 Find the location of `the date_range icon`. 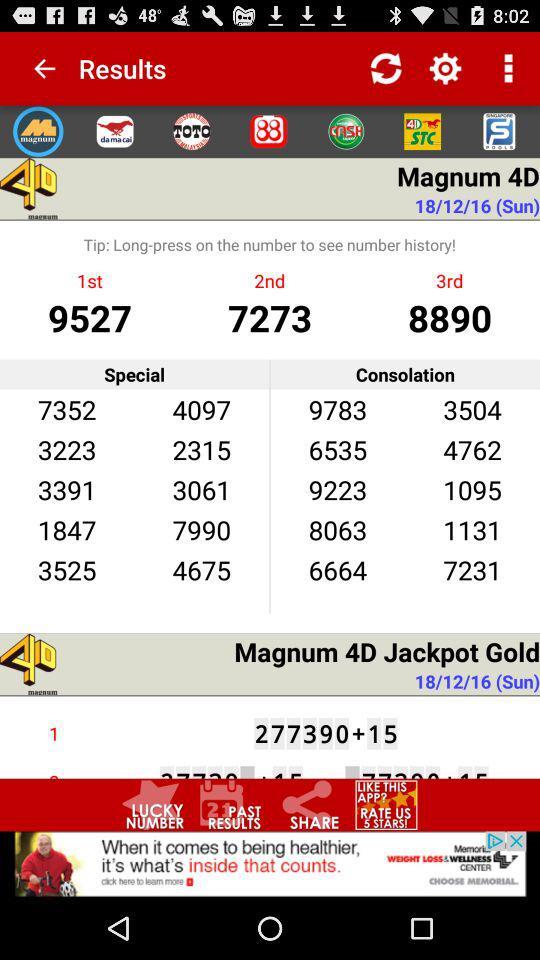

the date_range icon is located at coordinates (230, 860).